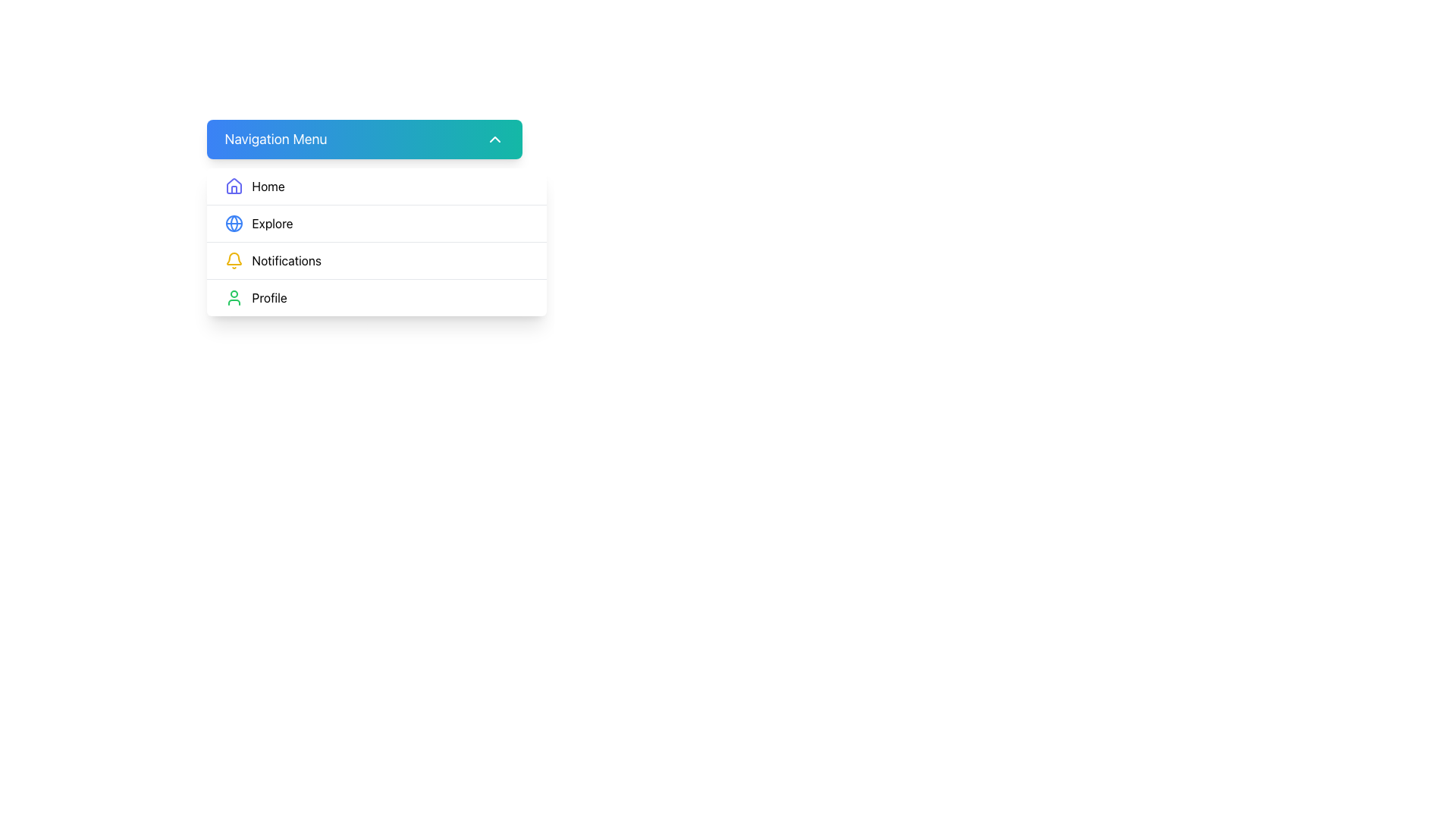 The image size is (1456, 819). What do you see at coordinates (376, 186) in the screenshot?
I see `the 'Home' navigation menu item located at the top of the 'Navigation Menu'` at bounding box center [376, 186].